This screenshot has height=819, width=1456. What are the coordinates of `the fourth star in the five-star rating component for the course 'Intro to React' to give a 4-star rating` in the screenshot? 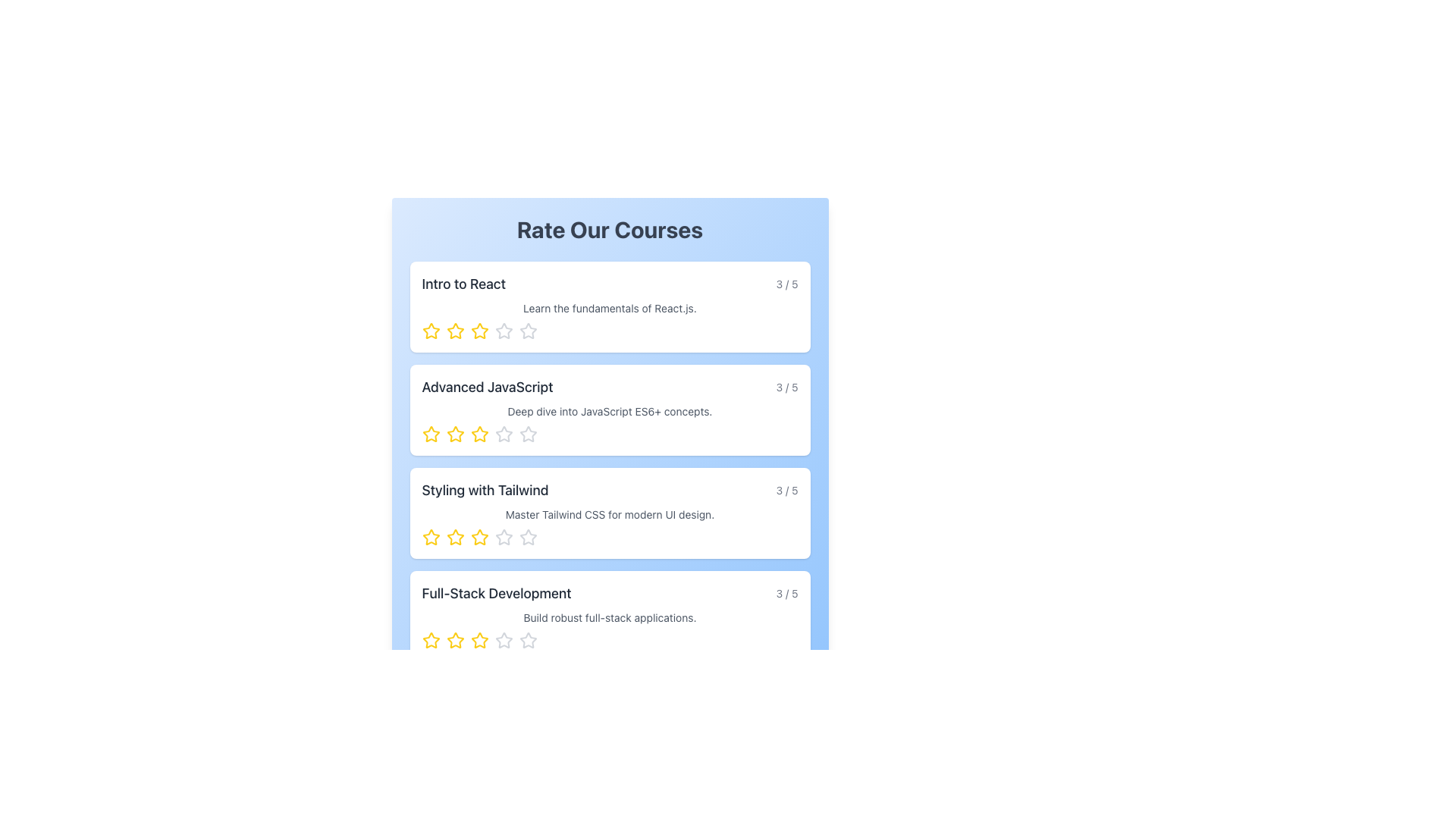 It's located at (504, 330).